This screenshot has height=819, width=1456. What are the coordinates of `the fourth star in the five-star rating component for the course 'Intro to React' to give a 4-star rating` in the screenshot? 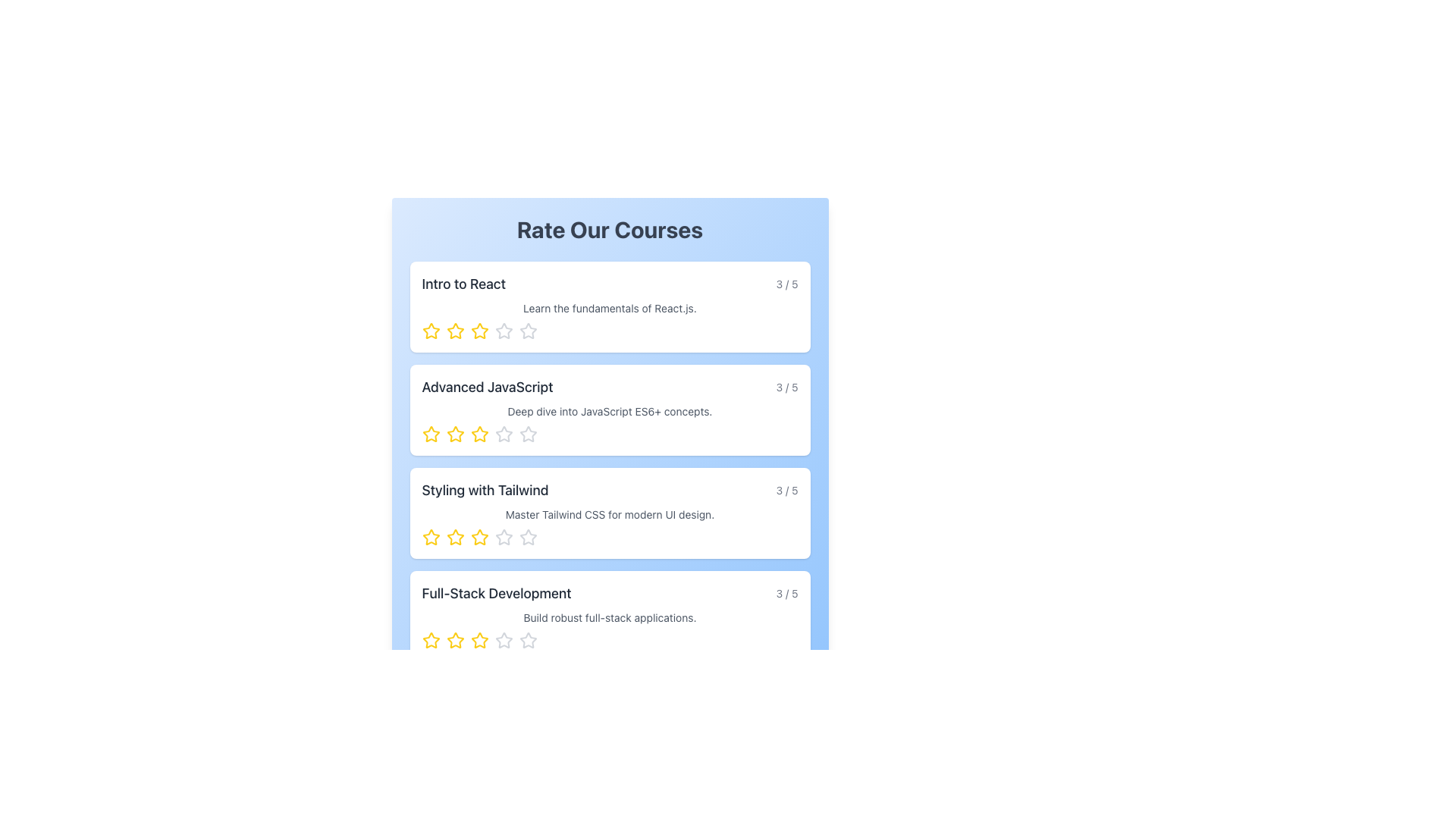 It's located at (504, 330).